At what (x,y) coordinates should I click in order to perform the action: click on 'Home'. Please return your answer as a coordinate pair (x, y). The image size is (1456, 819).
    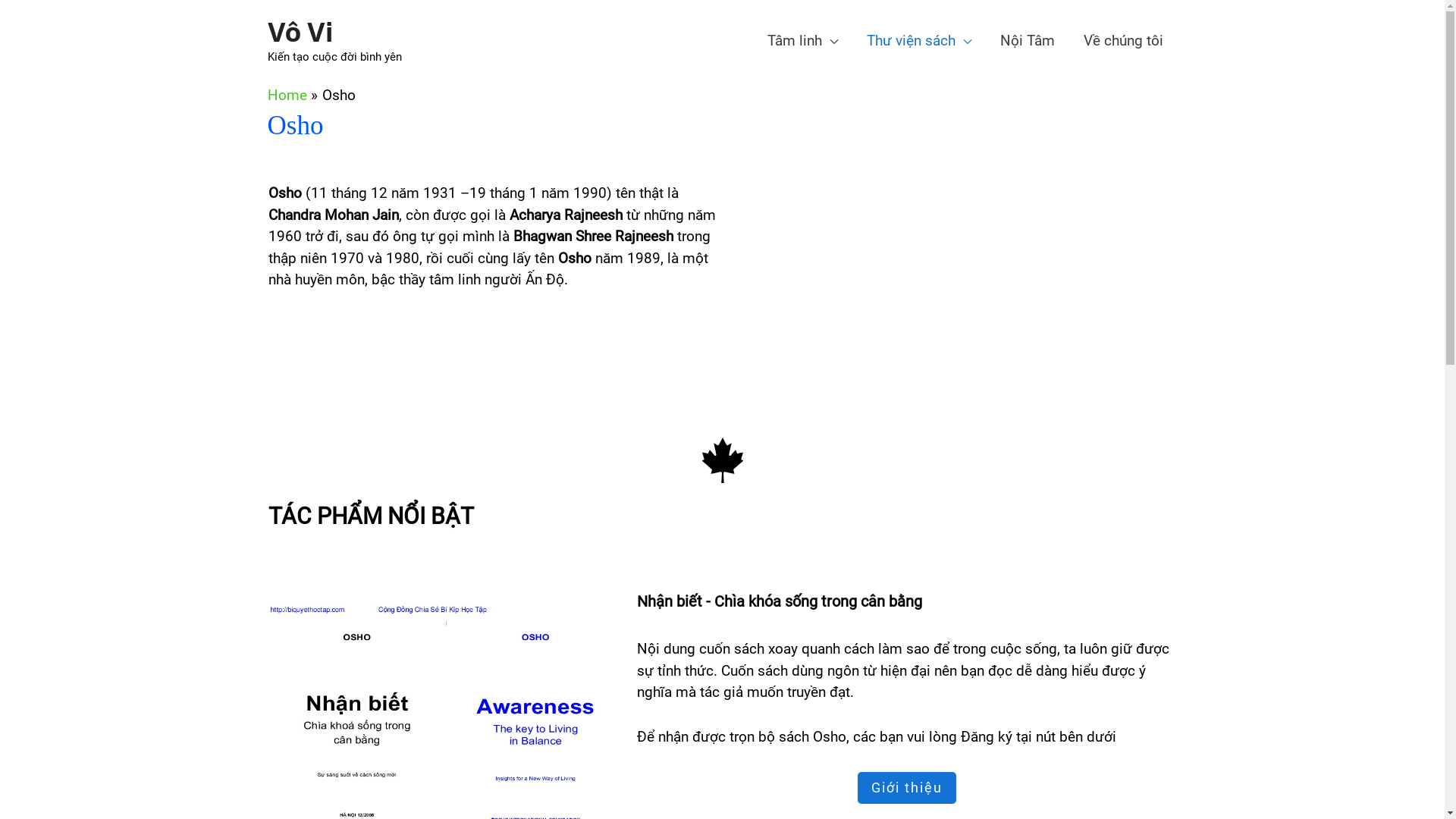
    Looking at the image, I should click on (287, 95).